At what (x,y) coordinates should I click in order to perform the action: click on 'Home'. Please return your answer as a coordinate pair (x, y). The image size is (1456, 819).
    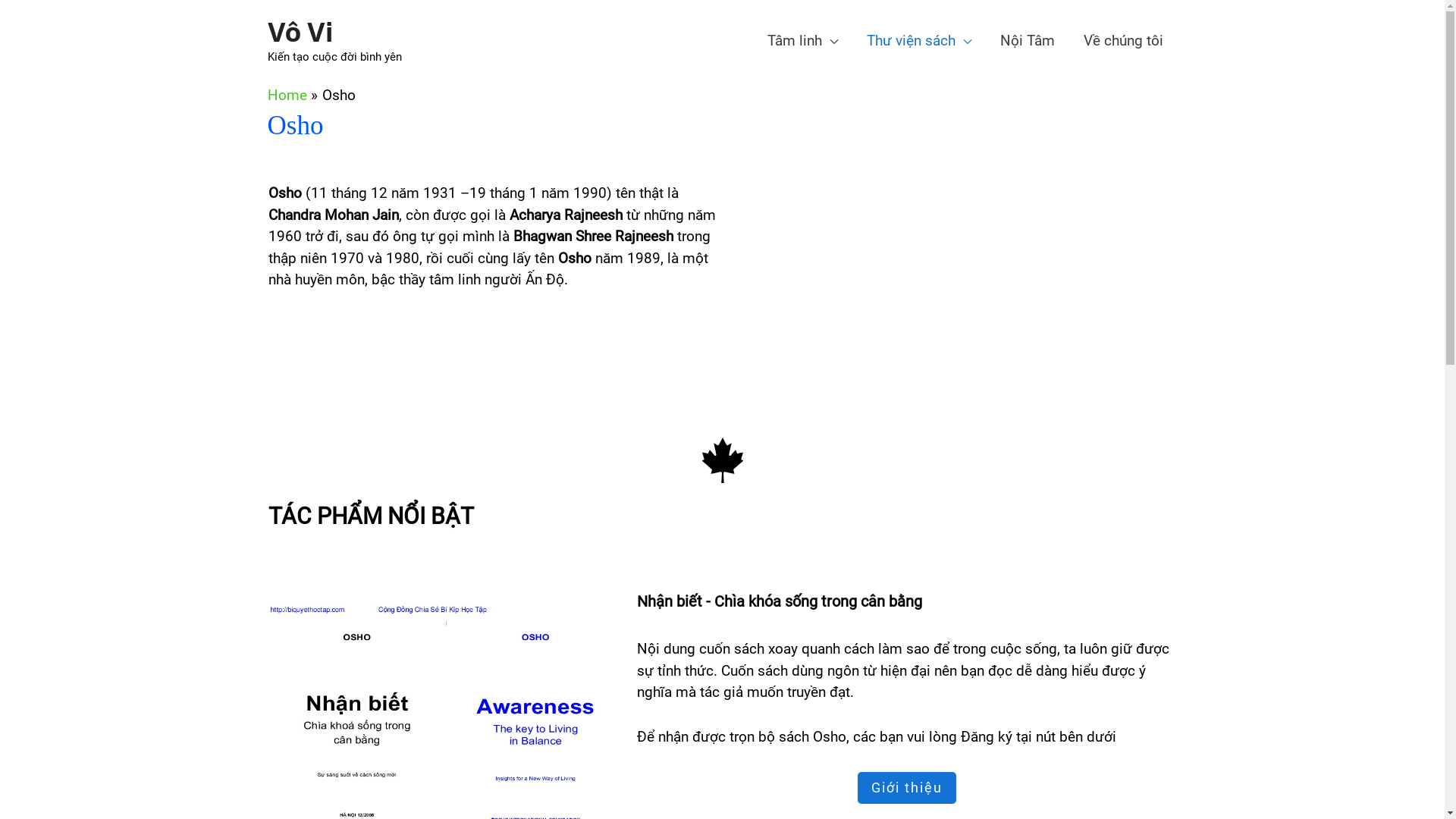
    Looking at the image, I should click on (287, 95).